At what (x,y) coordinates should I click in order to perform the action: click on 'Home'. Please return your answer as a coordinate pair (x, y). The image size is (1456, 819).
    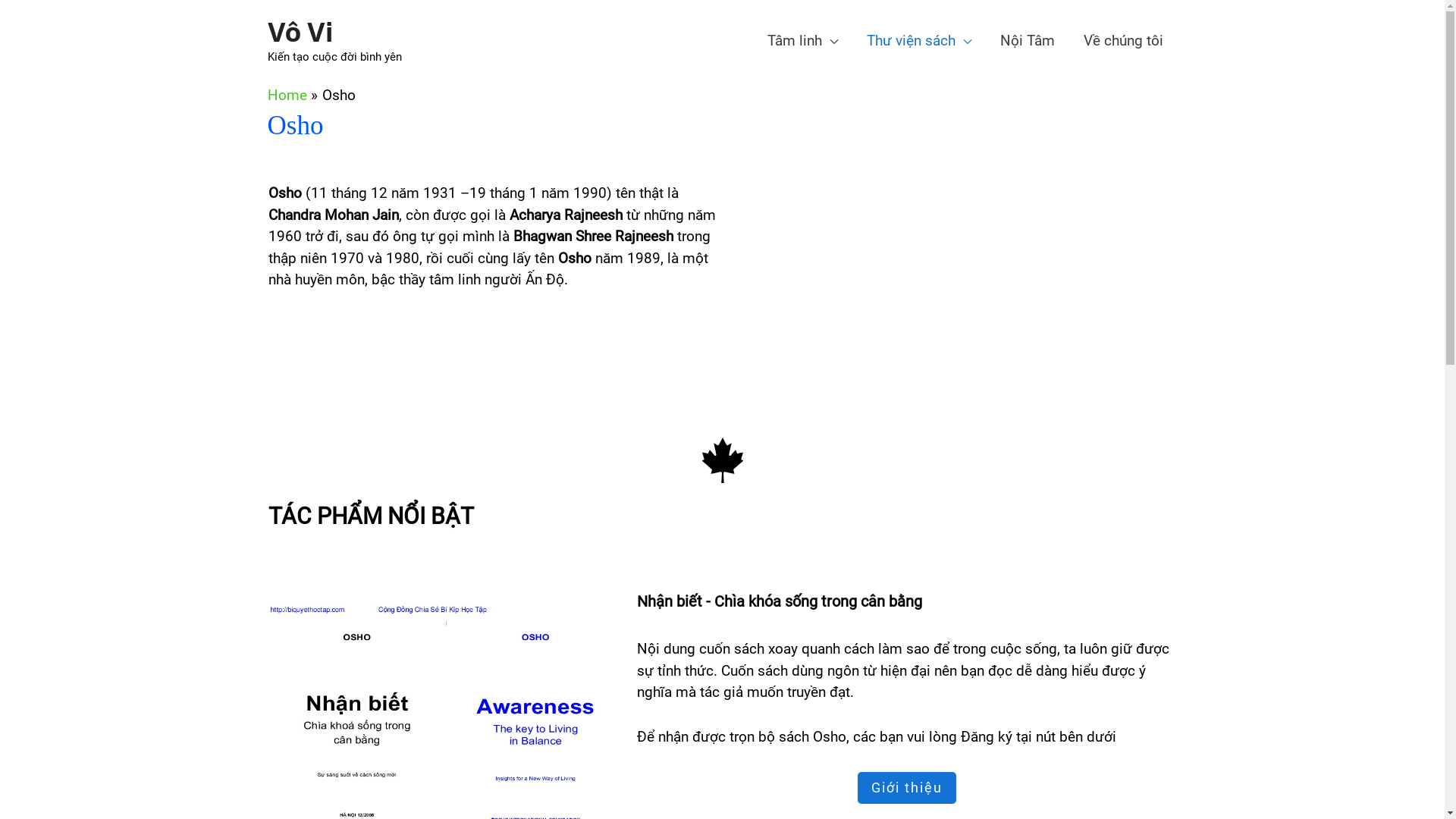
    Looking at the image, I should click on (287, 95).